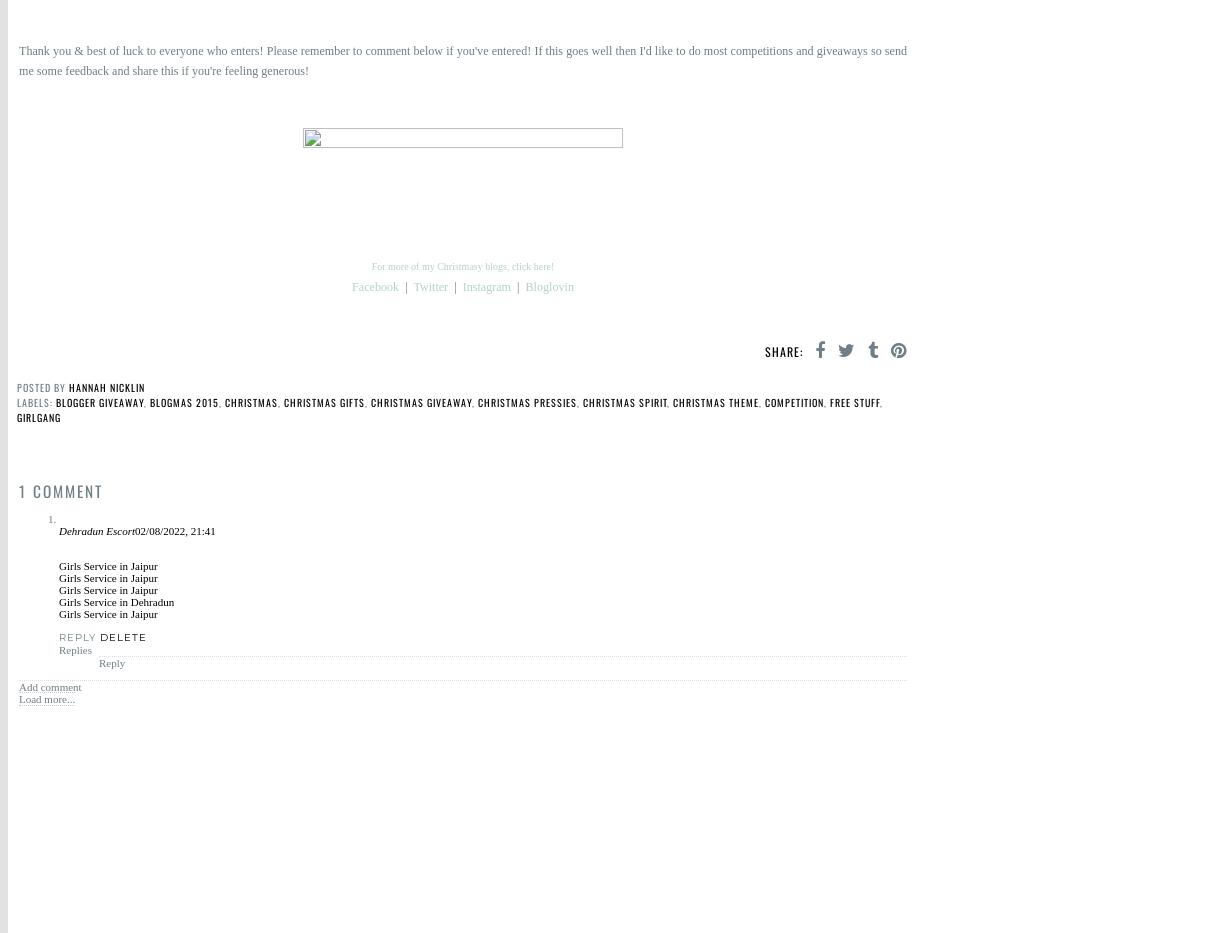  What do you see at coordinates (251, 402) in the screenshot?
I see `'Christmas'` at bounding box center [251, 402].